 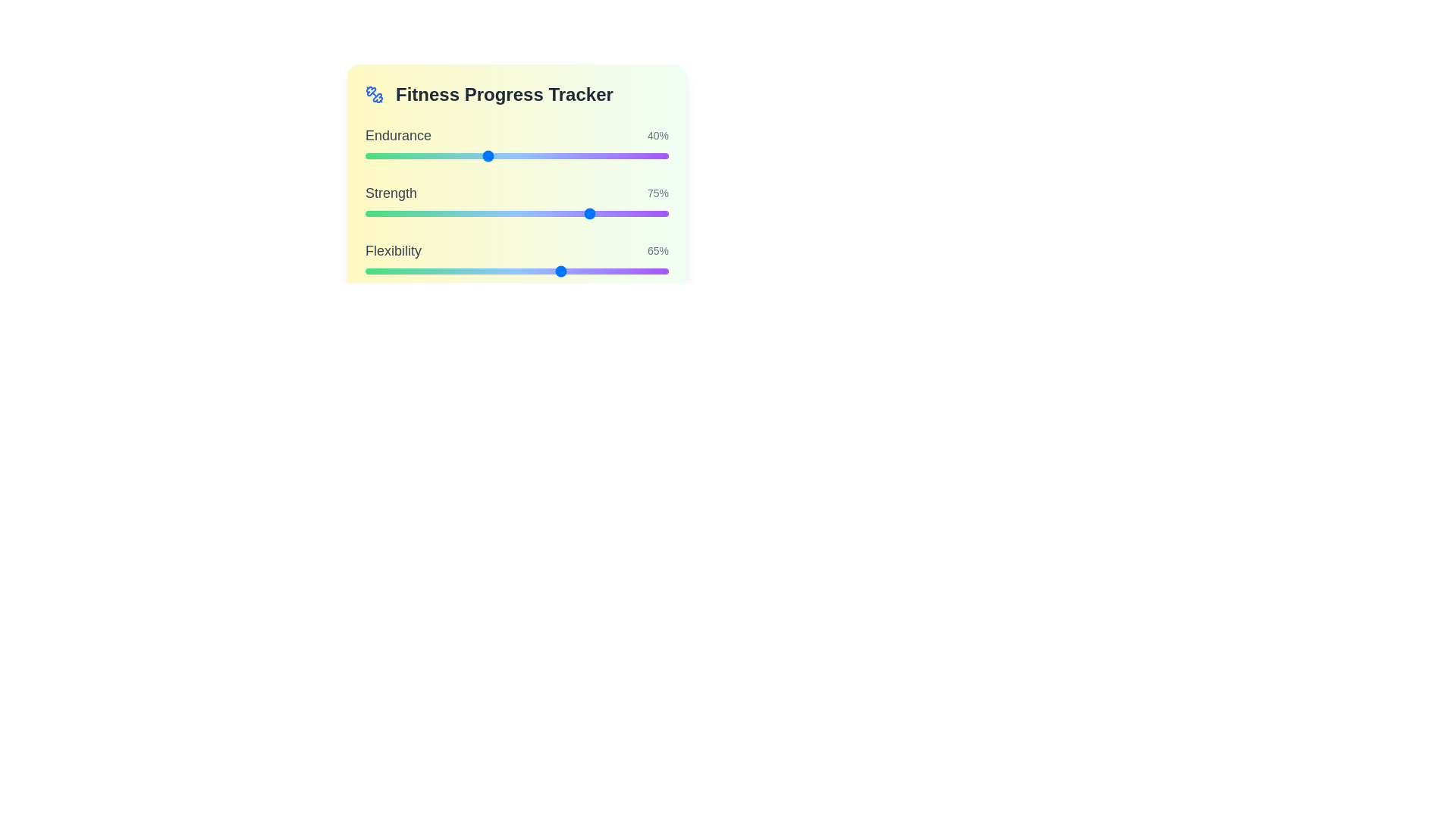 I want to click on flexibility value, so click(x=529, y=271).